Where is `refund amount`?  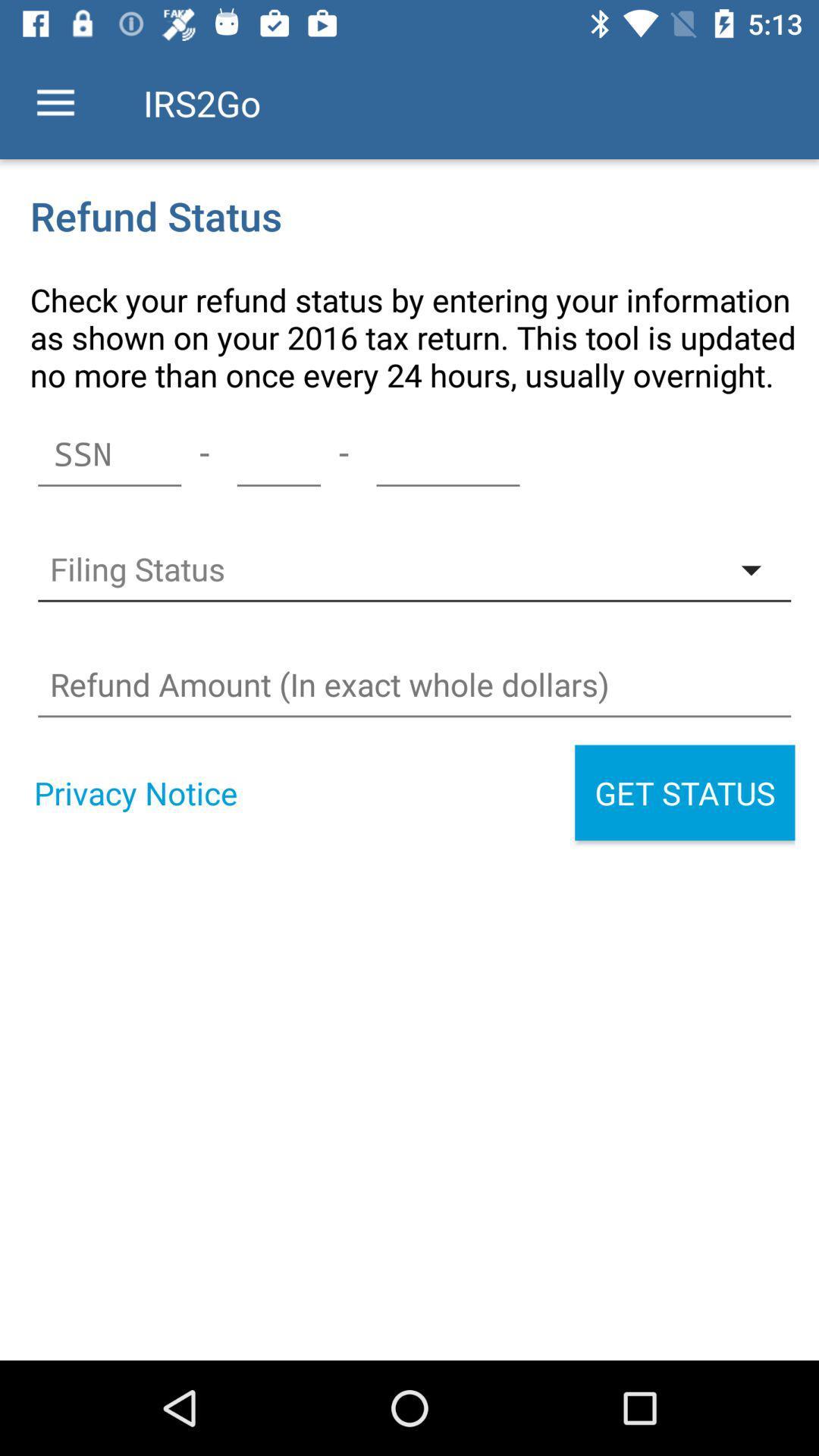
refund amount is located at coordinates (414, 684).